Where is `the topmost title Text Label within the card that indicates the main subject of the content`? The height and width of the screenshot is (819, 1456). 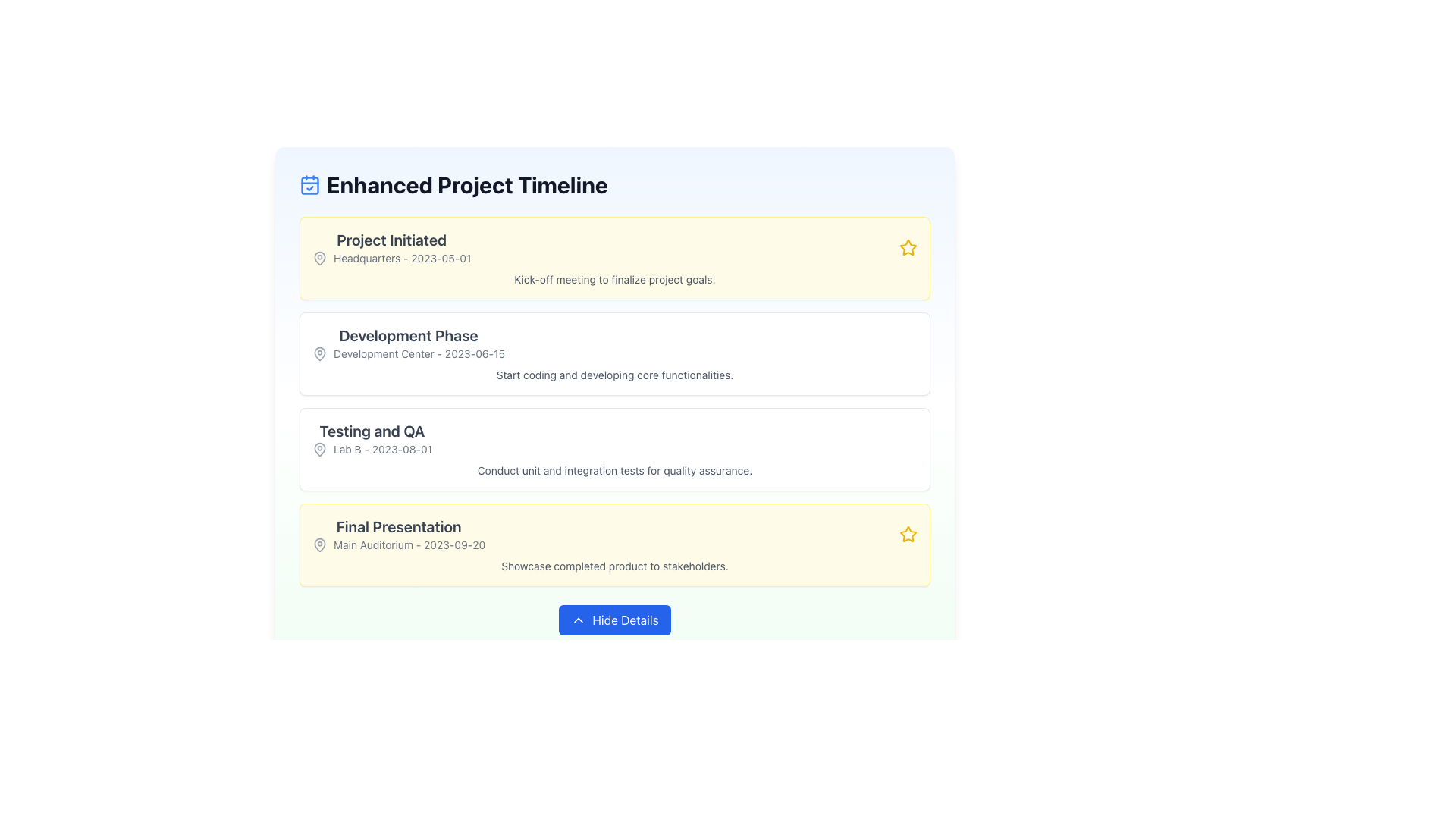
the topmost title Text Label within the card that indicates the main subject of the content is located at coordinates (391, 239).